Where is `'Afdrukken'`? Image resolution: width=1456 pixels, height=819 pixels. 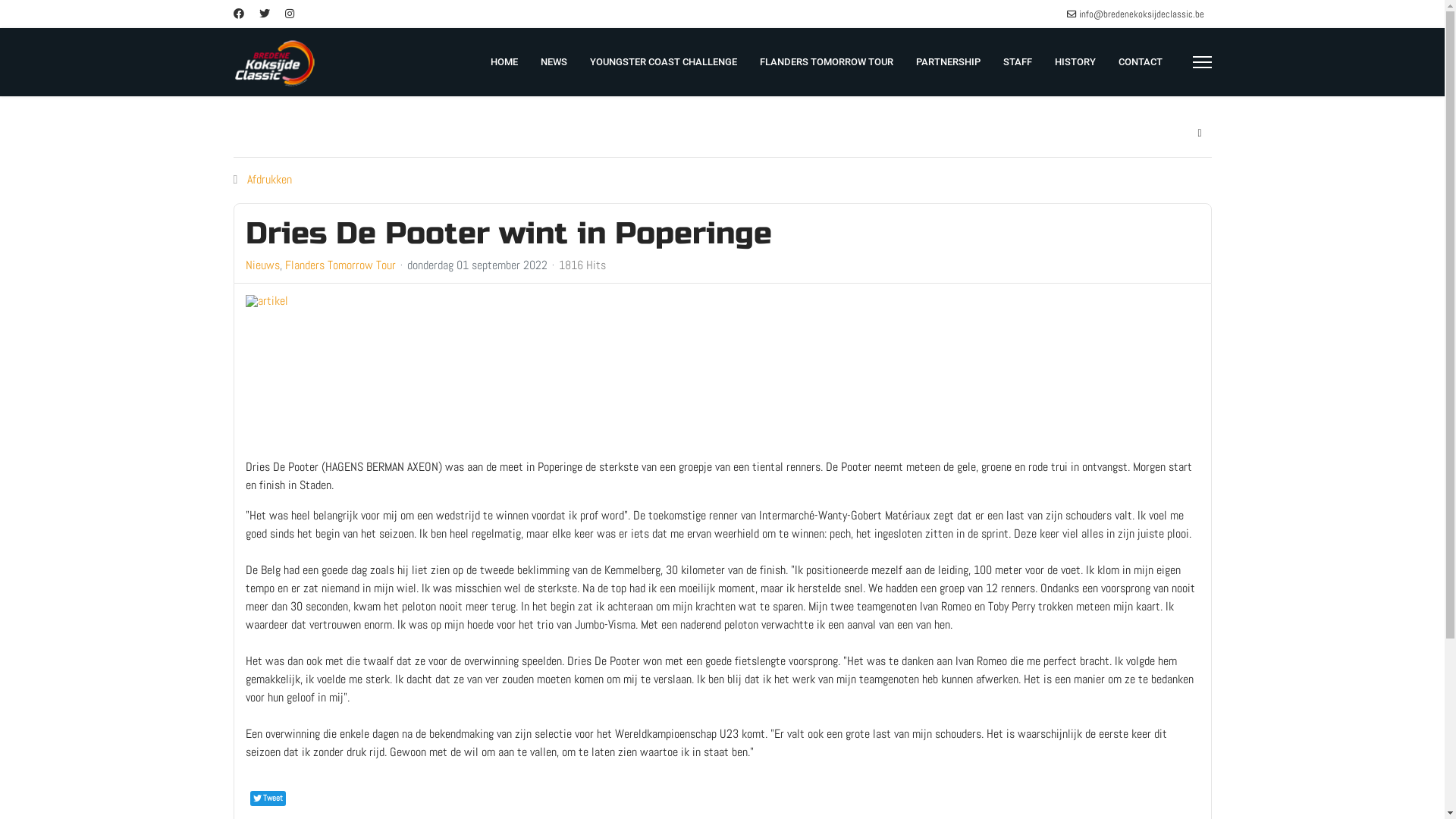
'Afdrukken' is located at coordinates (247, 178).